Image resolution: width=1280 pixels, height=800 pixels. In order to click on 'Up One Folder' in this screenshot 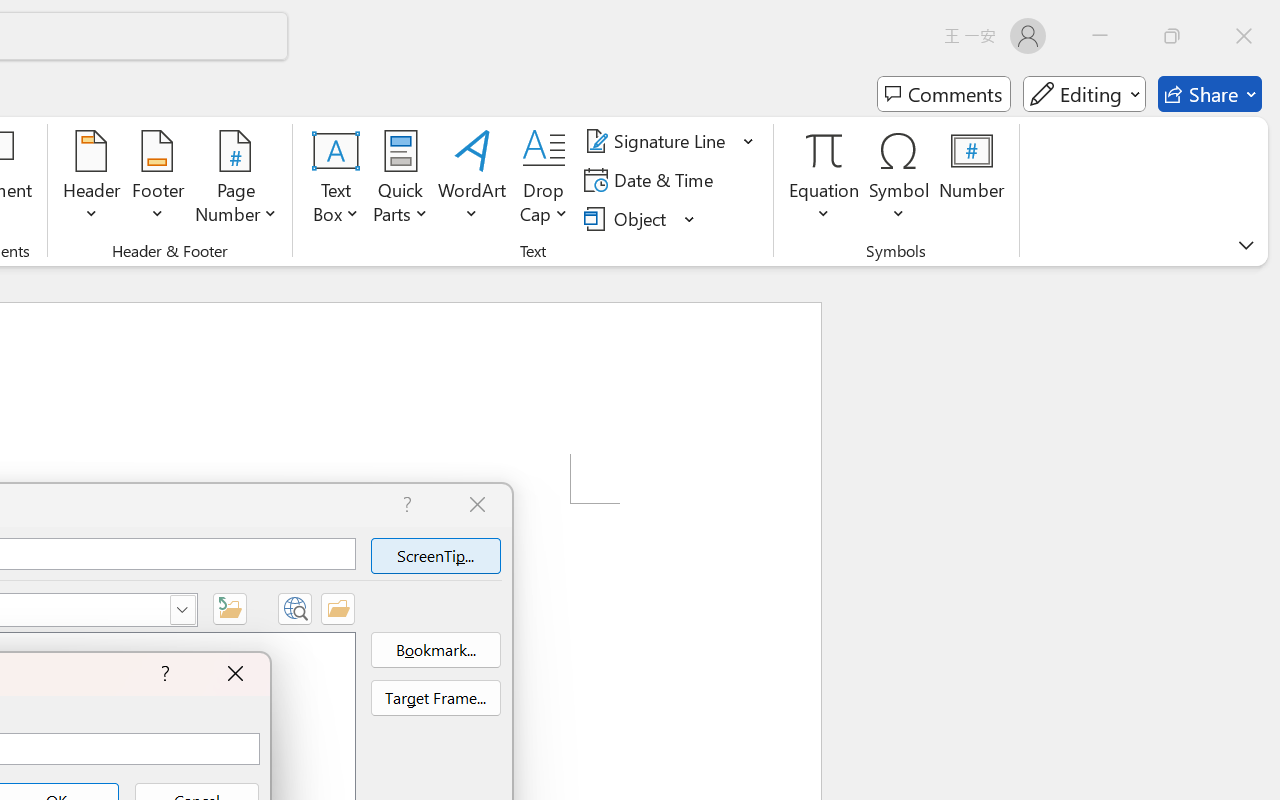, I will do `click(230, 608)`.